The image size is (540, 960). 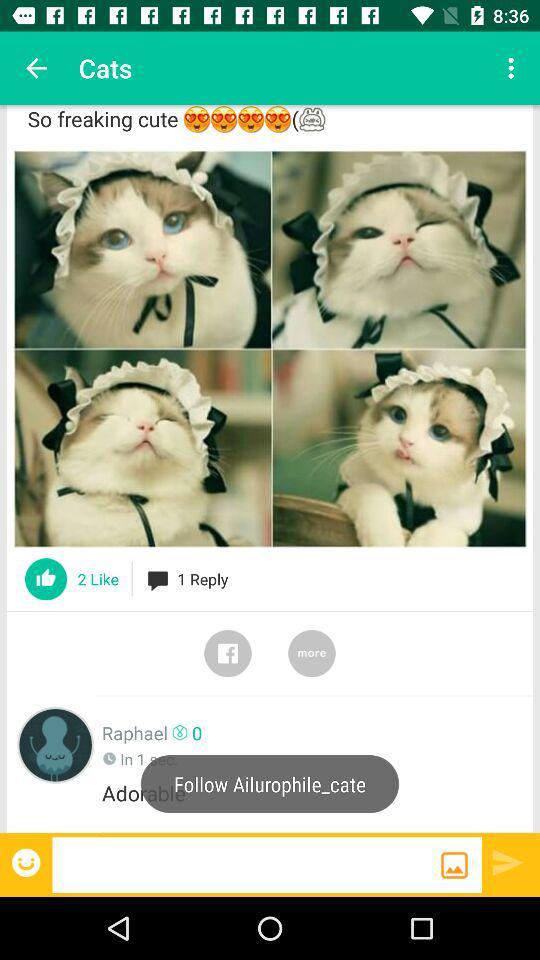 What do you see at coordinates (27, 861) in the screenshot?
I see `the emoji icon` at bounding box center [27, 861].